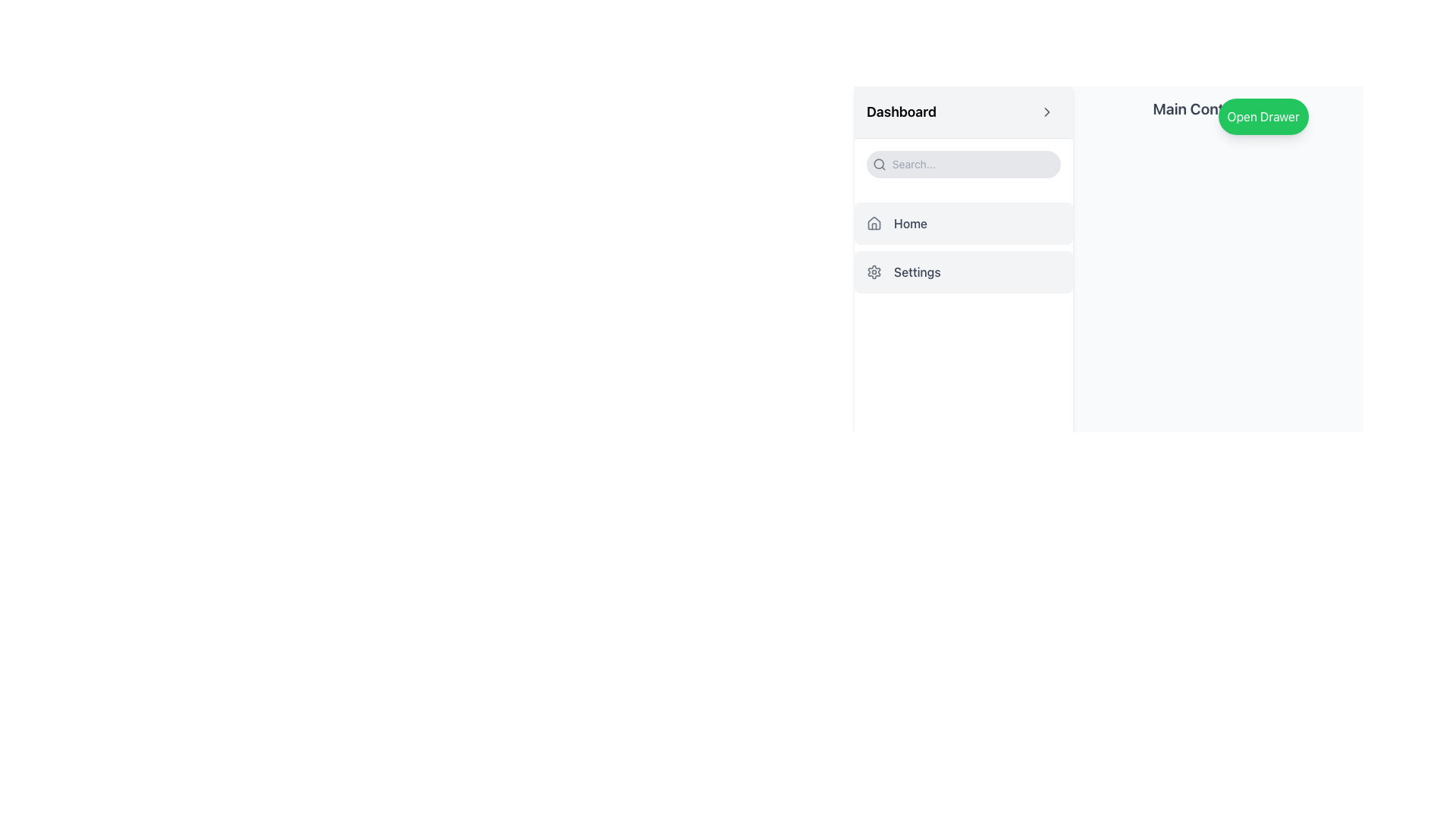  I want to click on the 'Home' Text Label in the left sidebar navigation, which serves as a visual label indicating its function within the interface, so click(910, 223).